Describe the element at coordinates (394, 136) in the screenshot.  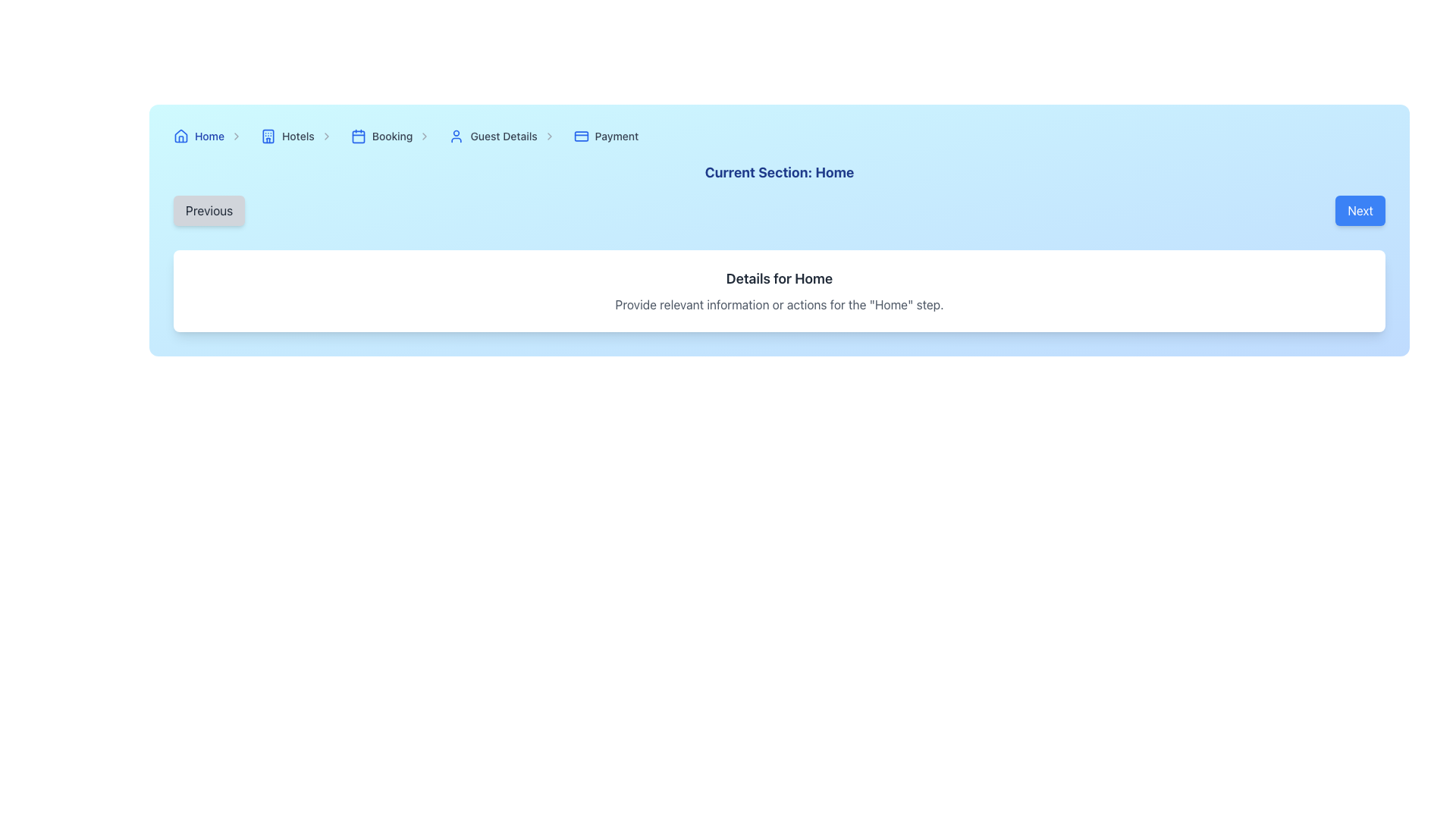
I see `the breadcrumb navigation item labeled 'Booking'` at that location.